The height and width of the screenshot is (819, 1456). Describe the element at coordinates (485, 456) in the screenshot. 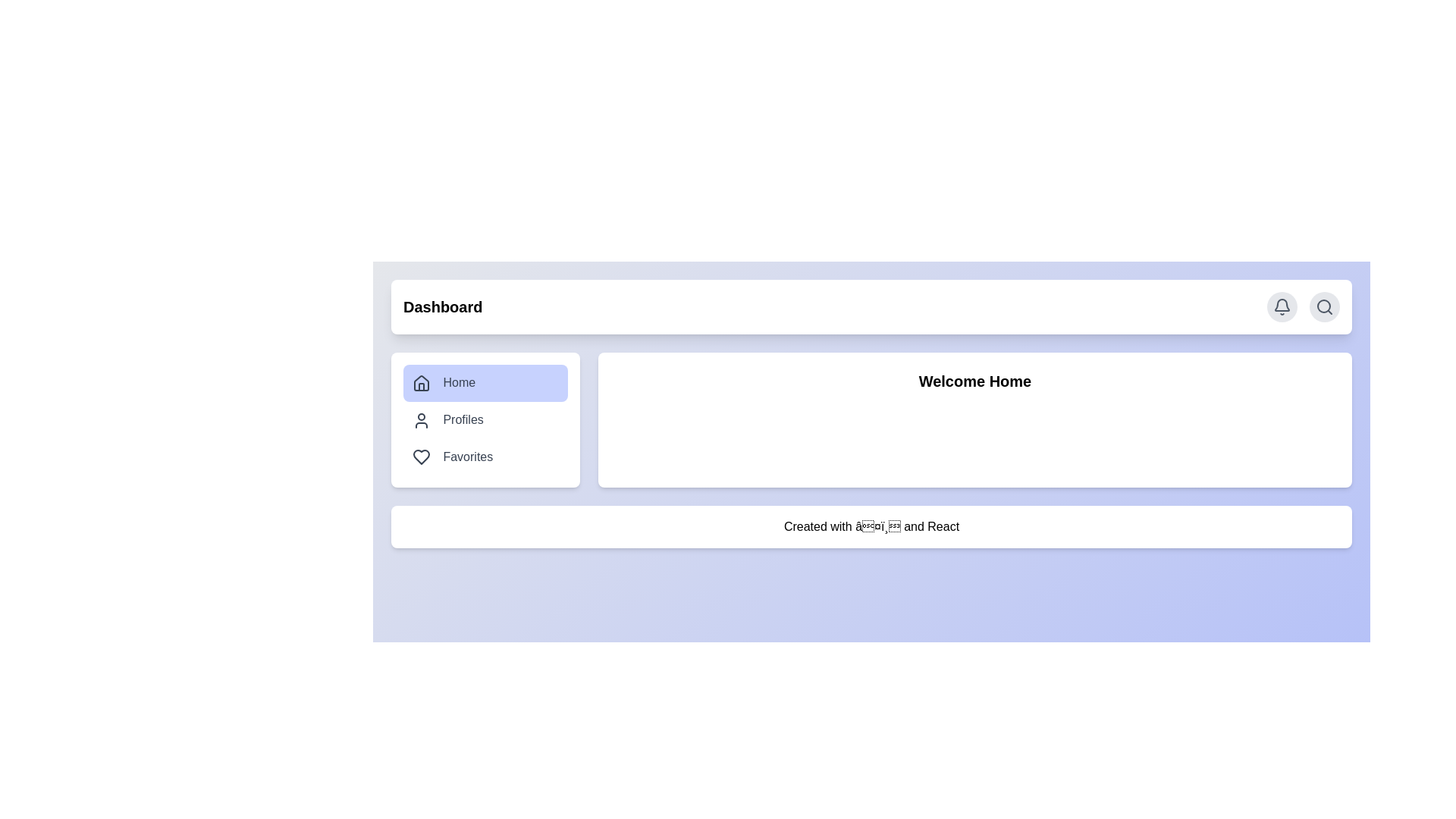

I see `the third button in the vertical column of the sidebar` at that location.